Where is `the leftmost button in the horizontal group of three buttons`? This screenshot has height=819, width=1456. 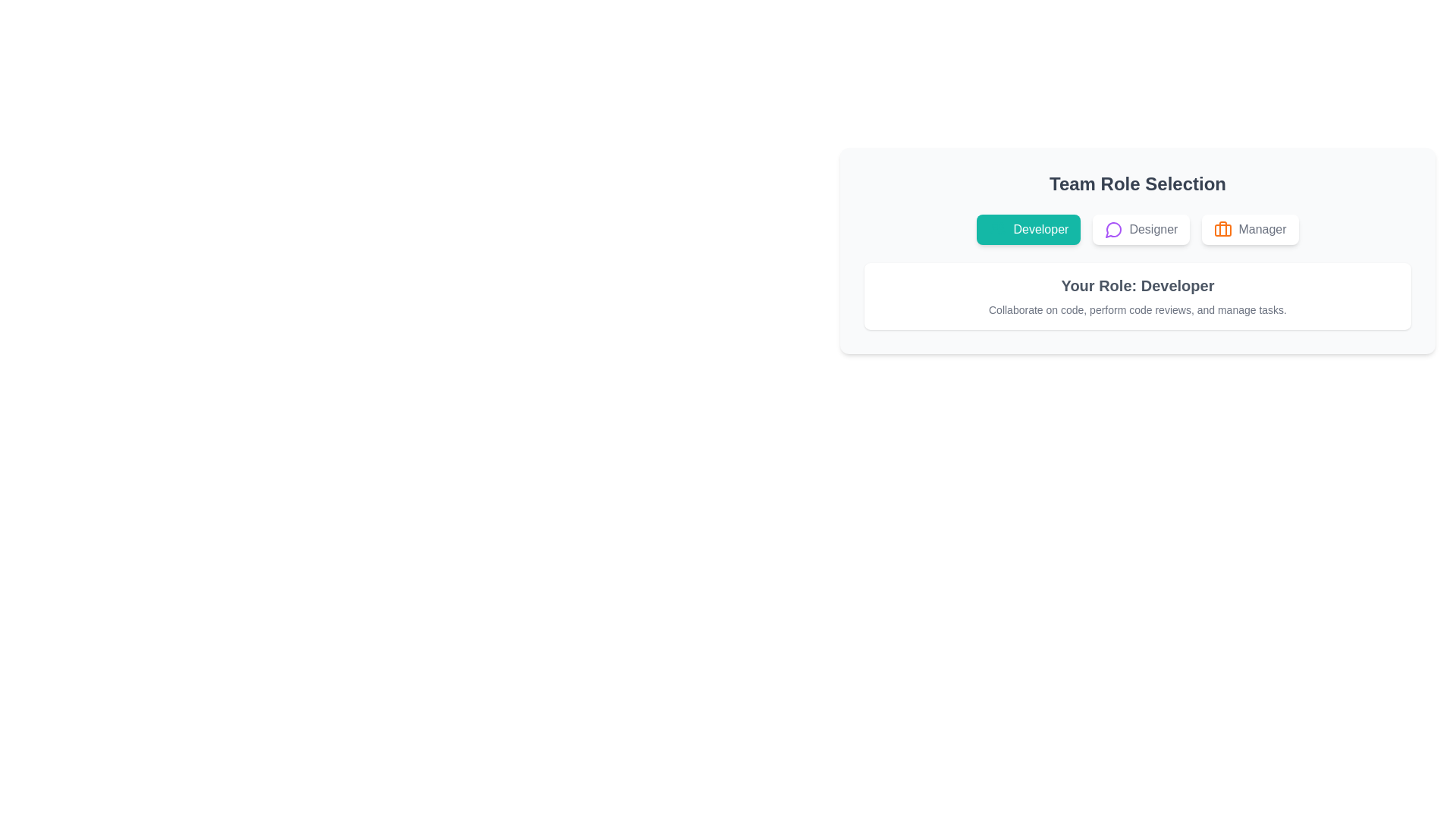
the leftmost button in the horizontal group of three buttons is located at coordinates (1028, 230).